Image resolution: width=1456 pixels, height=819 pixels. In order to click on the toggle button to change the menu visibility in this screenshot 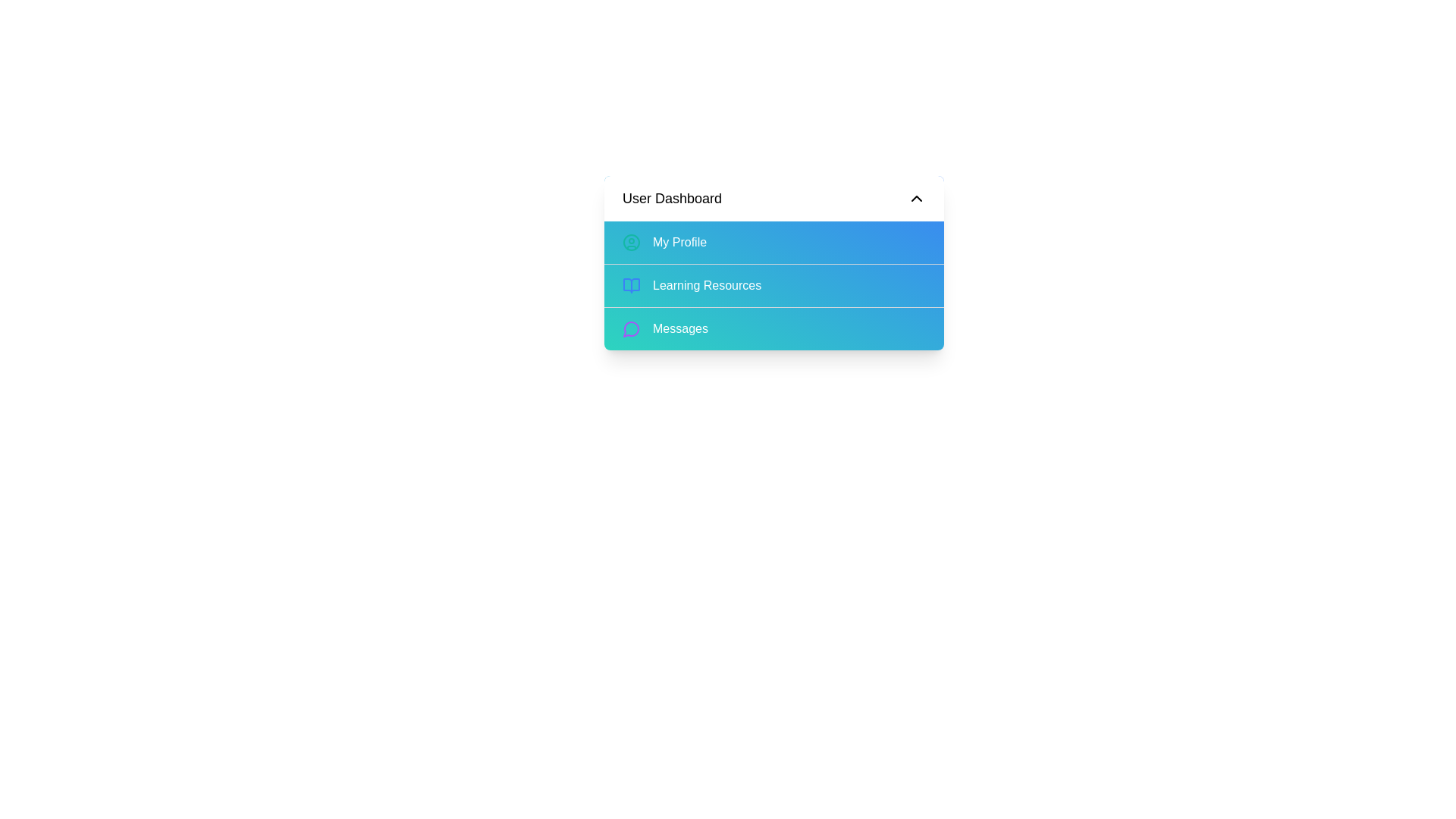, I will do `click(774, 198)`.